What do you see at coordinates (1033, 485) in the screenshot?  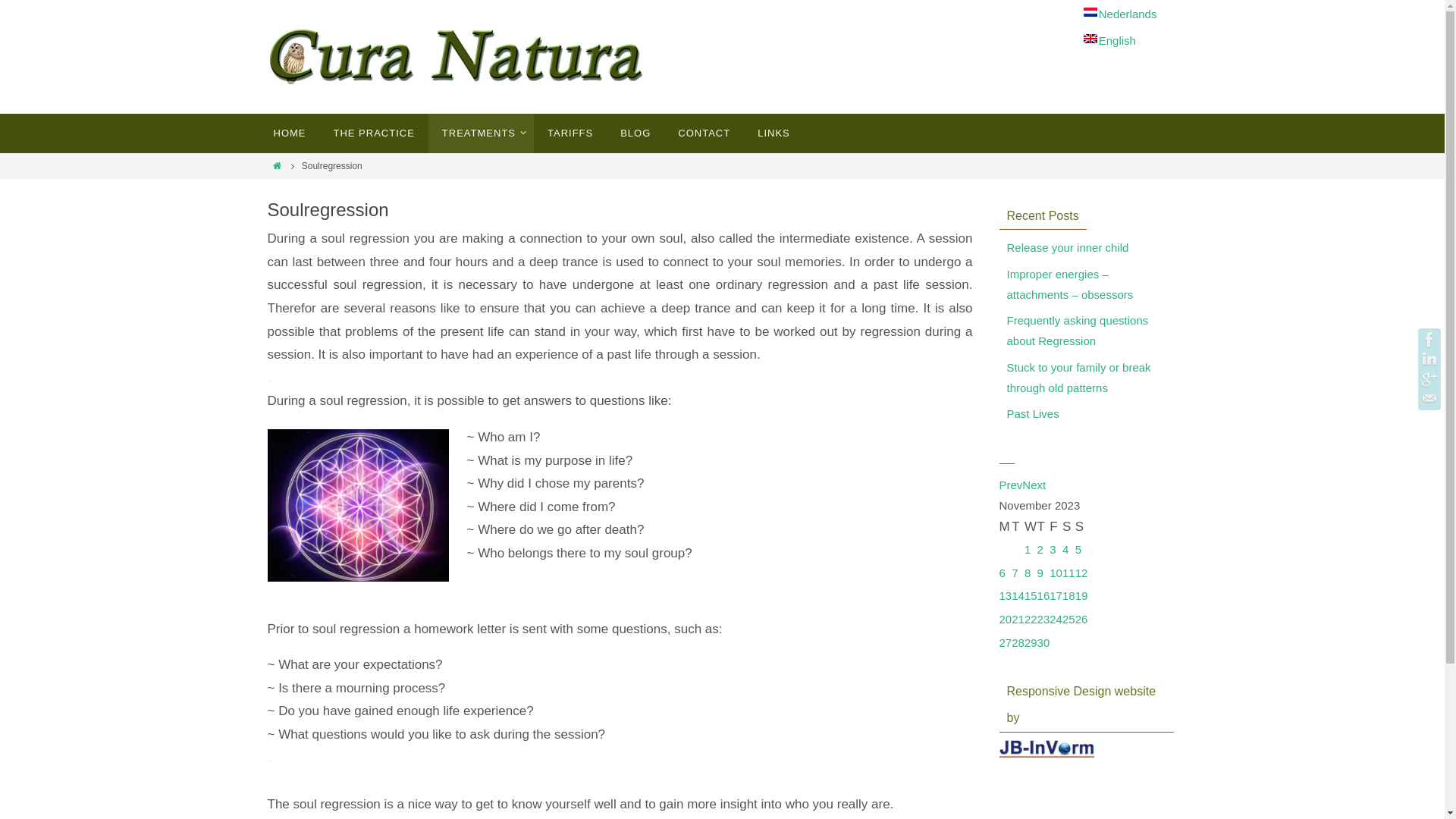 I see `'Next'` at bounding box center [1033, 485].